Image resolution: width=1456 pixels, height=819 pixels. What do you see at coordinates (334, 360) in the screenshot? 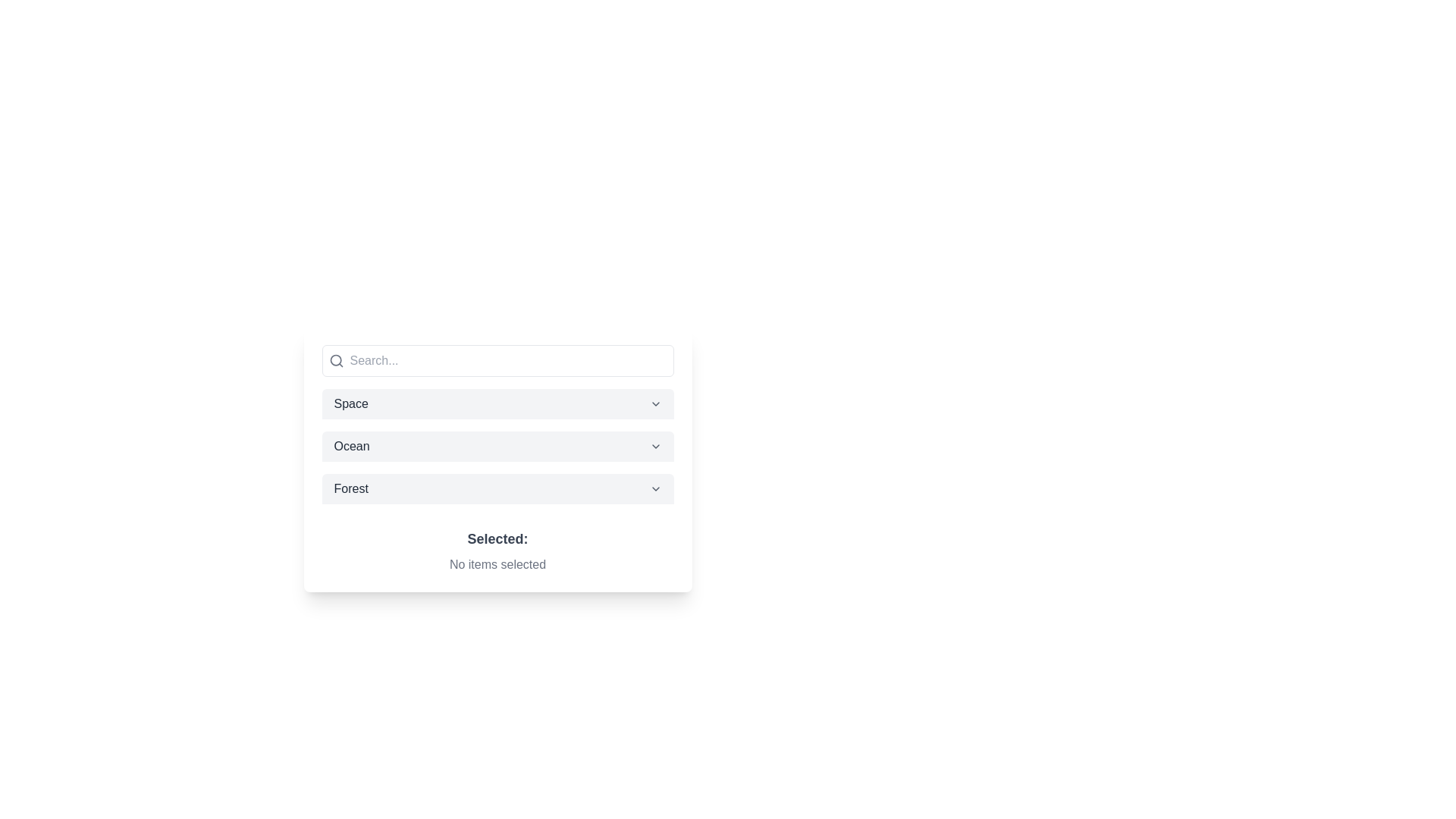
I see `the circular part of the search icon, which is a decorative component enhancing the visual identification of the search functionality` at bounding box center [334, 360].